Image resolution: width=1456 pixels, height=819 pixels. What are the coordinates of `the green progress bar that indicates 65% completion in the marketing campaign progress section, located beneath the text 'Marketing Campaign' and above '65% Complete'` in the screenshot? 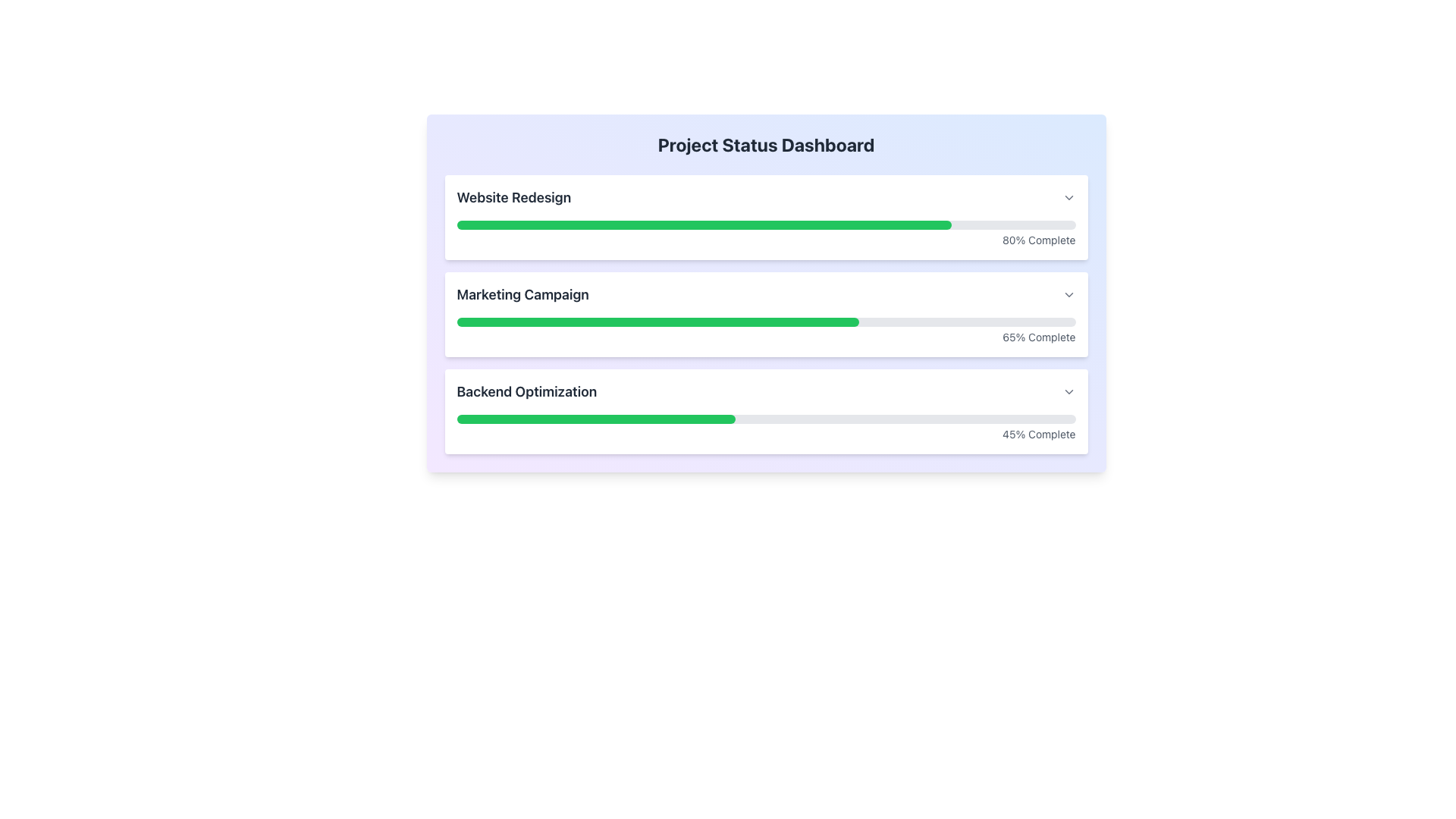 It's located at (657, 321).